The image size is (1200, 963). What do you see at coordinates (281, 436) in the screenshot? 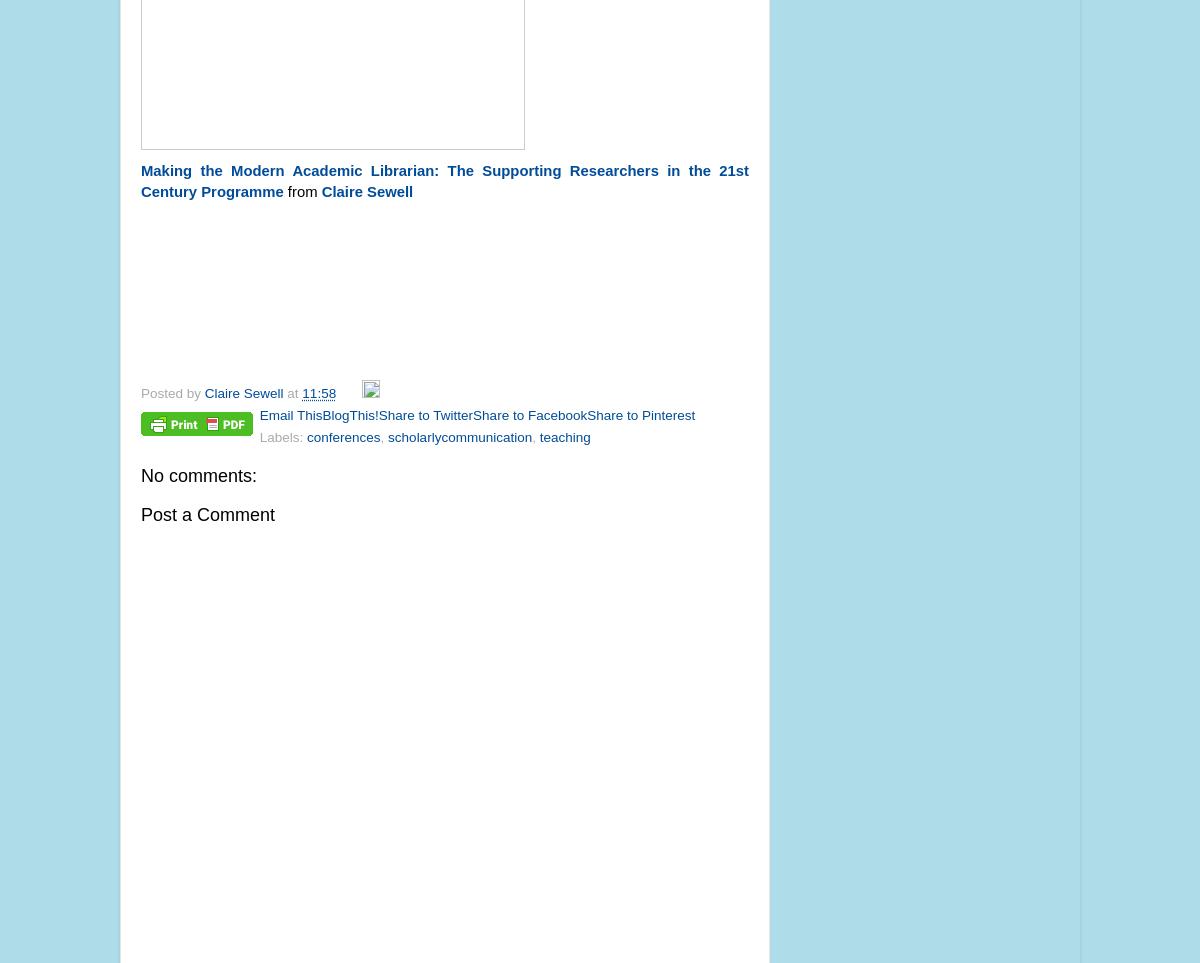
I see `'Labels:'` at bounding box center [281, 436].